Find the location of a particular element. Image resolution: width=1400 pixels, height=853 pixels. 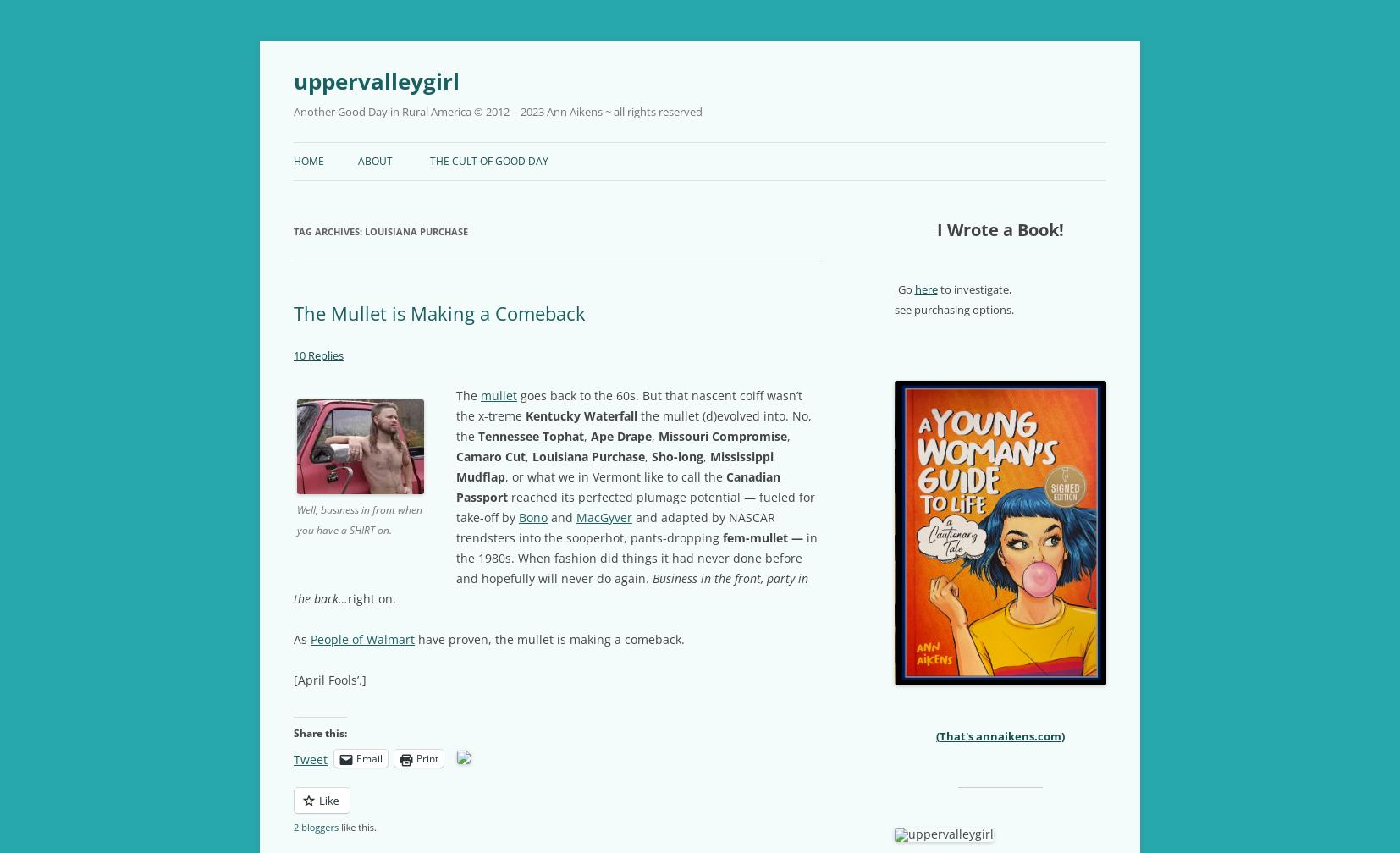

'The Mullet is Making a Comeback' is located at coordinates (439, 313).